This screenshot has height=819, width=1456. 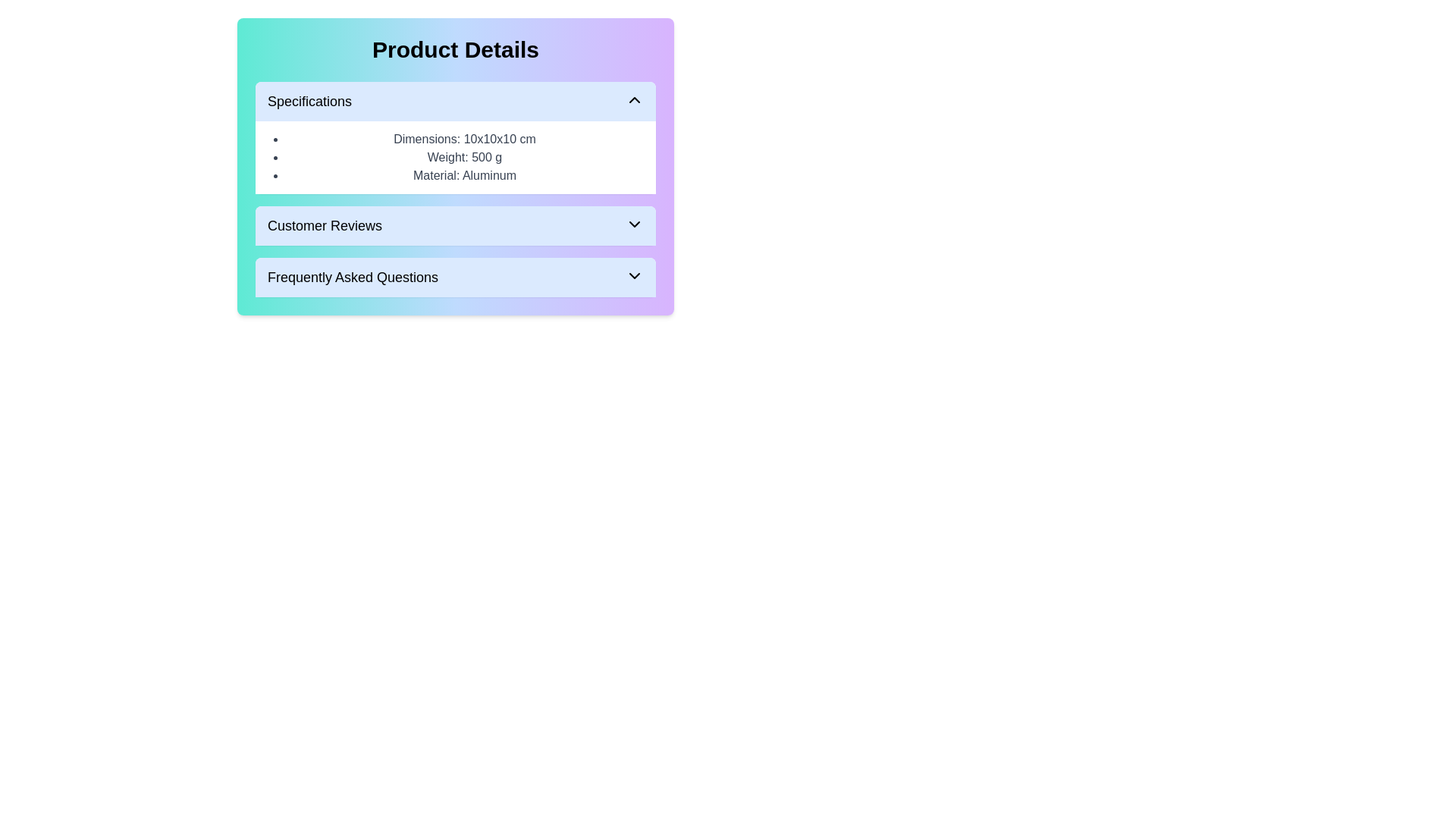 What do you see at coordinates (454, 158) in the screenshot?
I see `contents of the bulleted list under the 'Specifications' header in the 'Product Details' section, which includes items: 'Dimensions: 10x10x10 cm', 'Weight: 500 g', and 'Material: Aluminum'` at bounding box center [454, 158].